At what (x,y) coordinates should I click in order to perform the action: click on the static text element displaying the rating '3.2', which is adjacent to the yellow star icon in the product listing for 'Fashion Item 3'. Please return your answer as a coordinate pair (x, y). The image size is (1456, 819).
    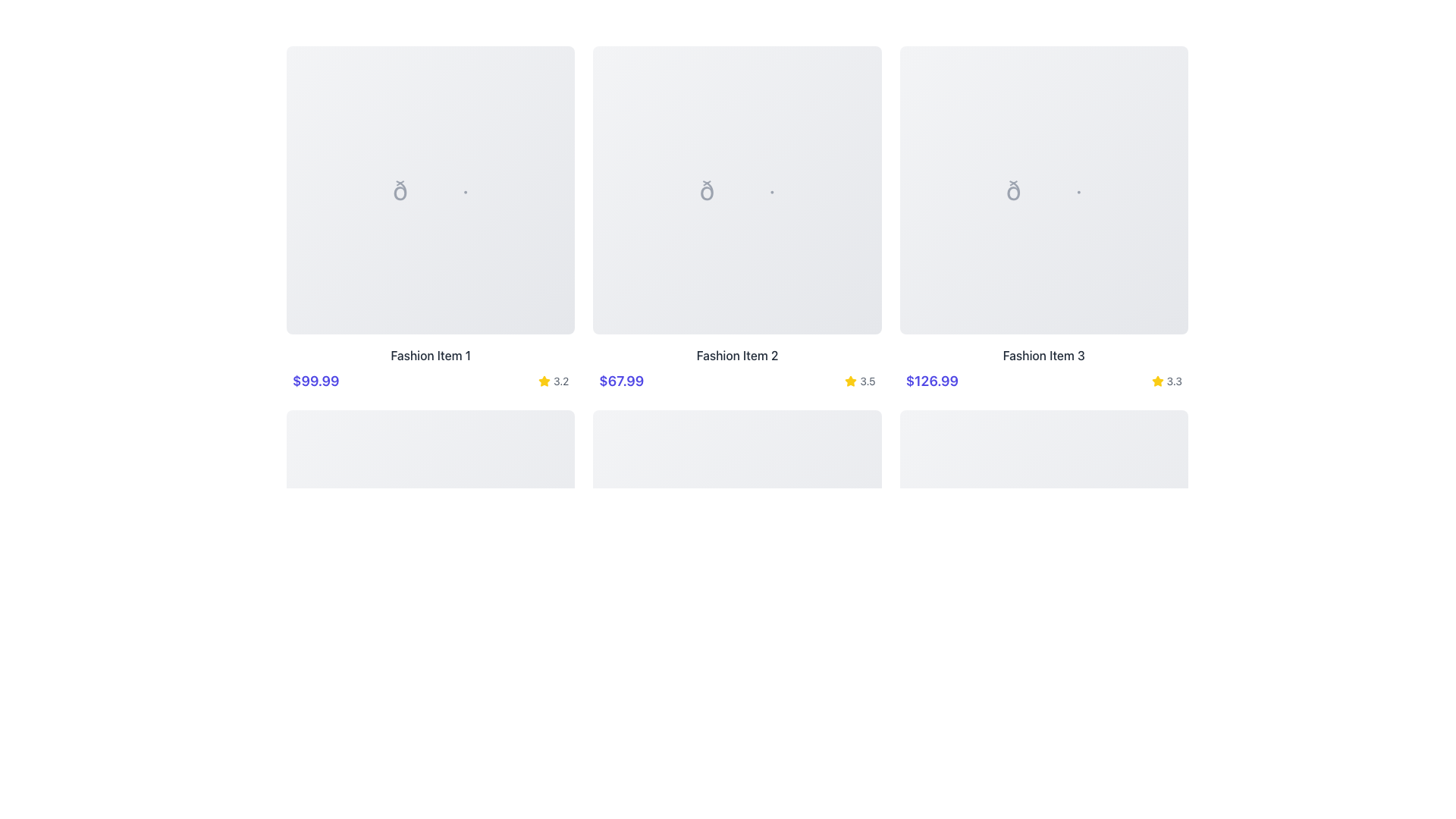
    Looking at the image, I should click on (560, 381).